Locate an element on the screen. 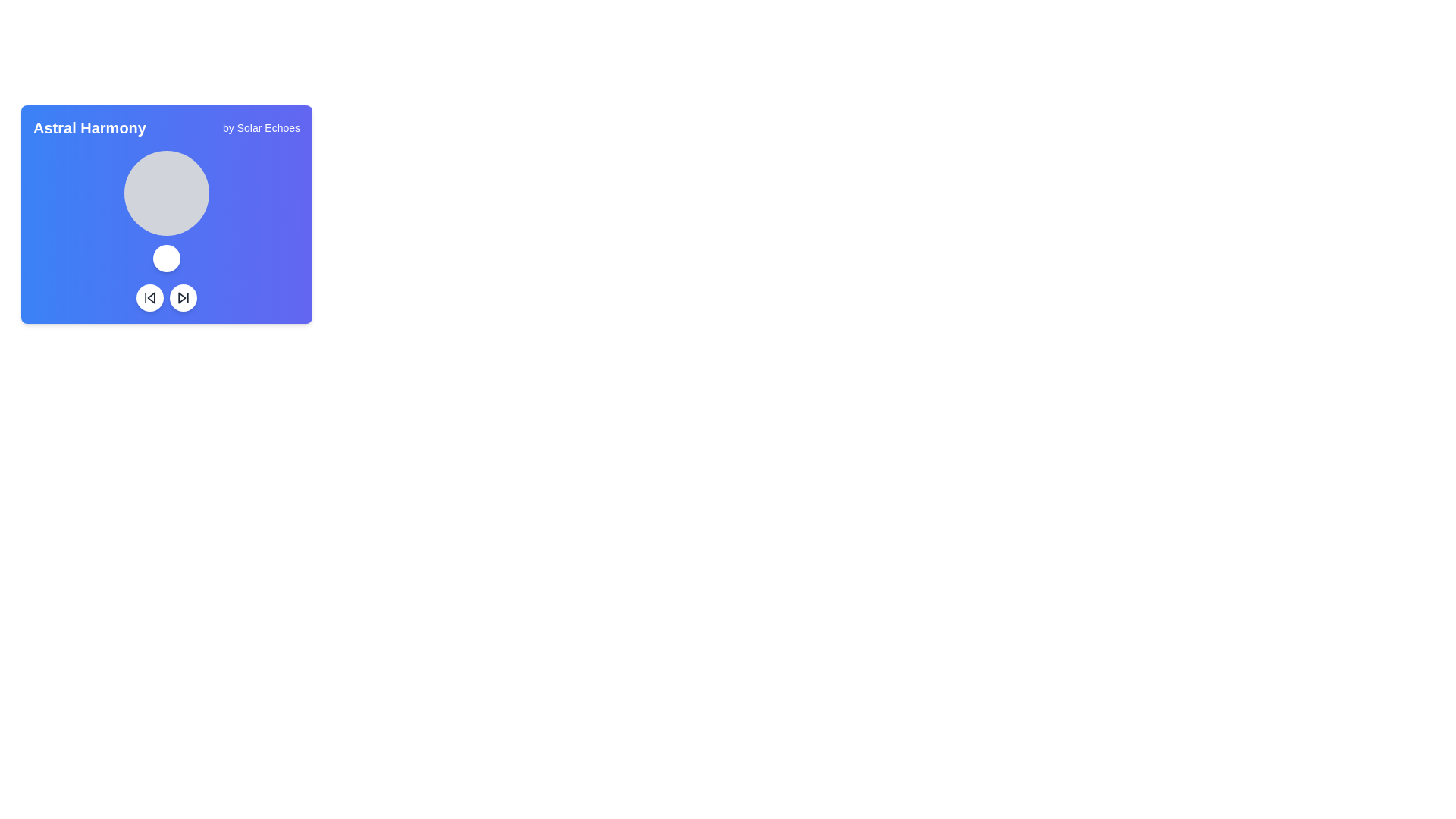 Image resolution: width=1456 pixels, height=819 pixels. the 'Next' button located in the bottom section of the card layout is located at coordinates (182, 298).